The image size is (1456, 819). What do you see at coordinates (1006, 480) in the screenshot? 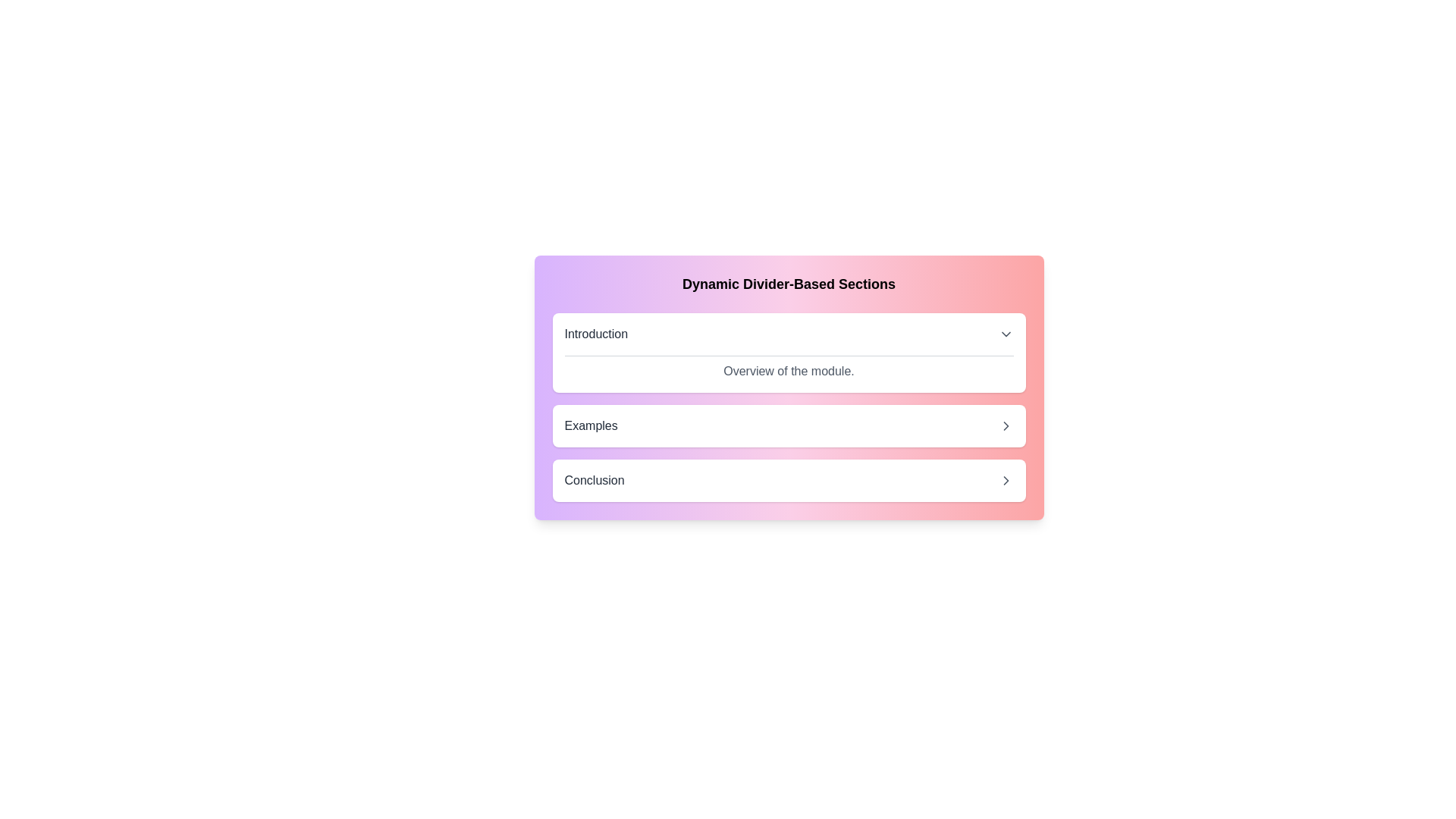
I see `the right-pointing chevron icon located to the far right of the row labeled 'Conclusion'` at bounding box center [1006, 480].